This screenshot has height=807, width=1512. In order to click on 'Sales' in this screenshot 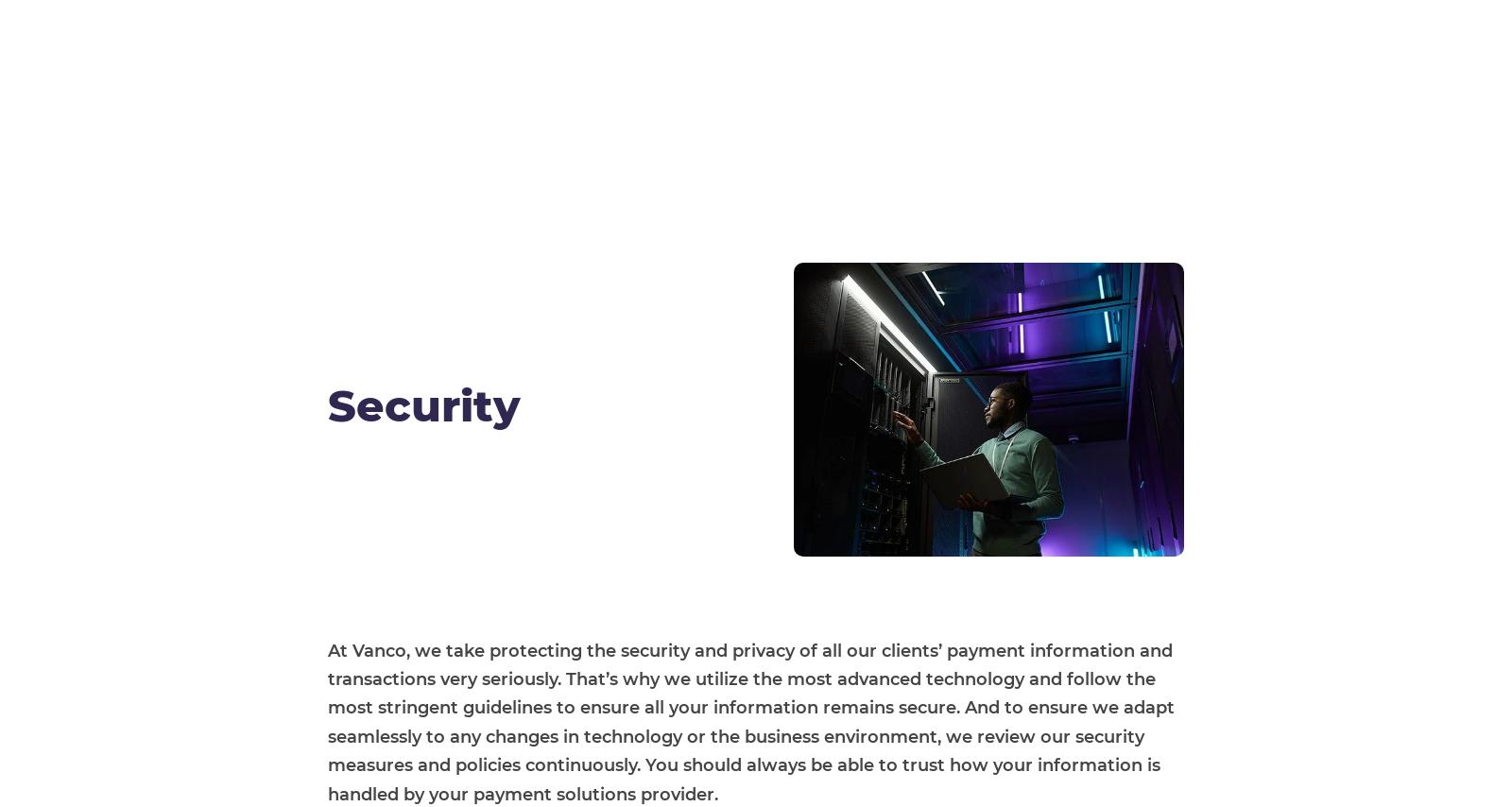, I will do `click(1123, 509)`.